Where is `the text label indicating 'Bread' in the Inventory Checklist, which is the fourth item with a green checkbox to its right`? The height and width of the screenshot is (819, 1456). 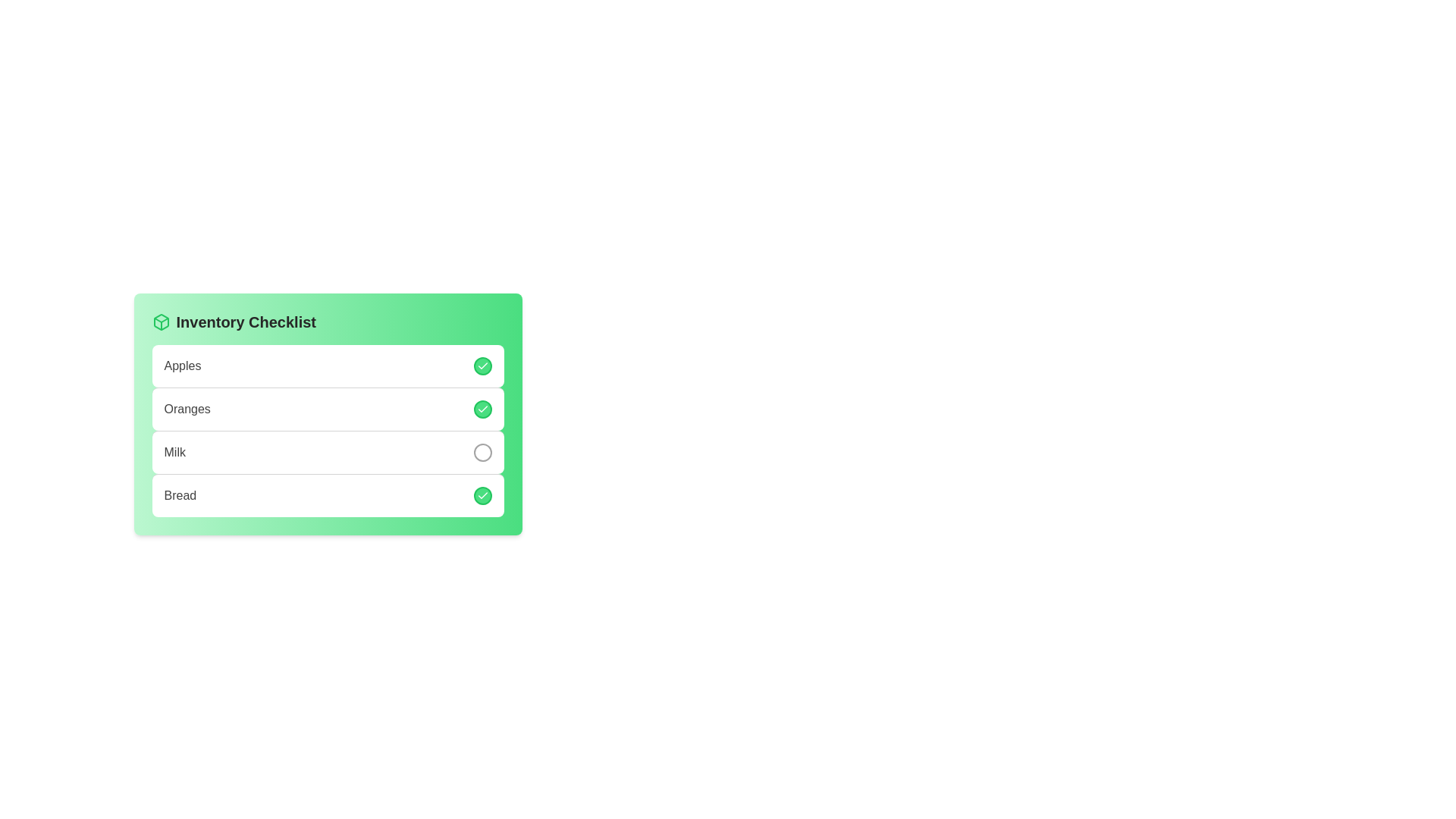
the text label indicating 'Bread' in the Inventory Checklist, which is the fourth item with a green checkbox to its right is located at coordinates (180, 496).